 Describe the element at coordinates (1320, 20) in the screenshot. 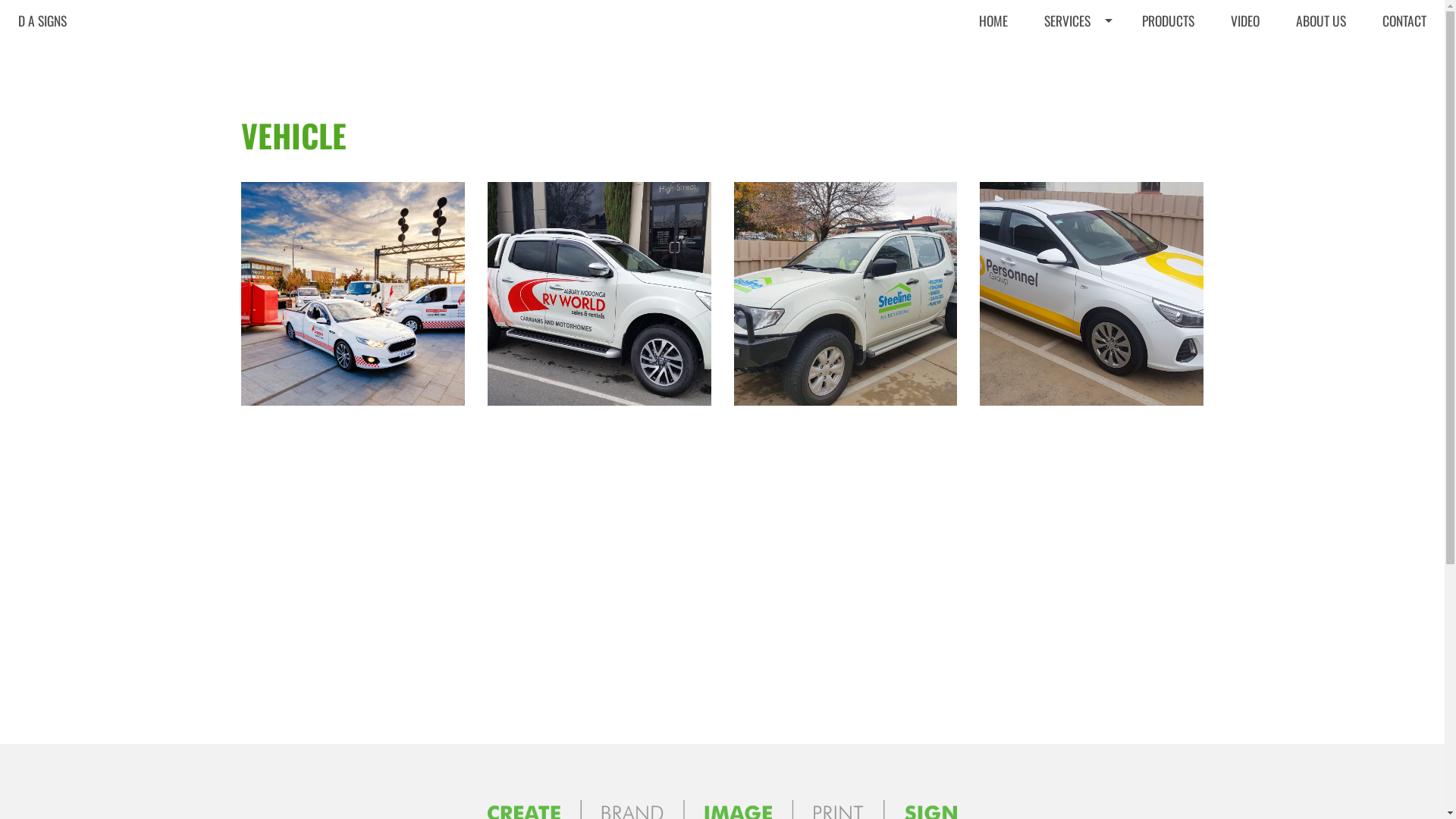

I see `'ABOUT US'` at that location.